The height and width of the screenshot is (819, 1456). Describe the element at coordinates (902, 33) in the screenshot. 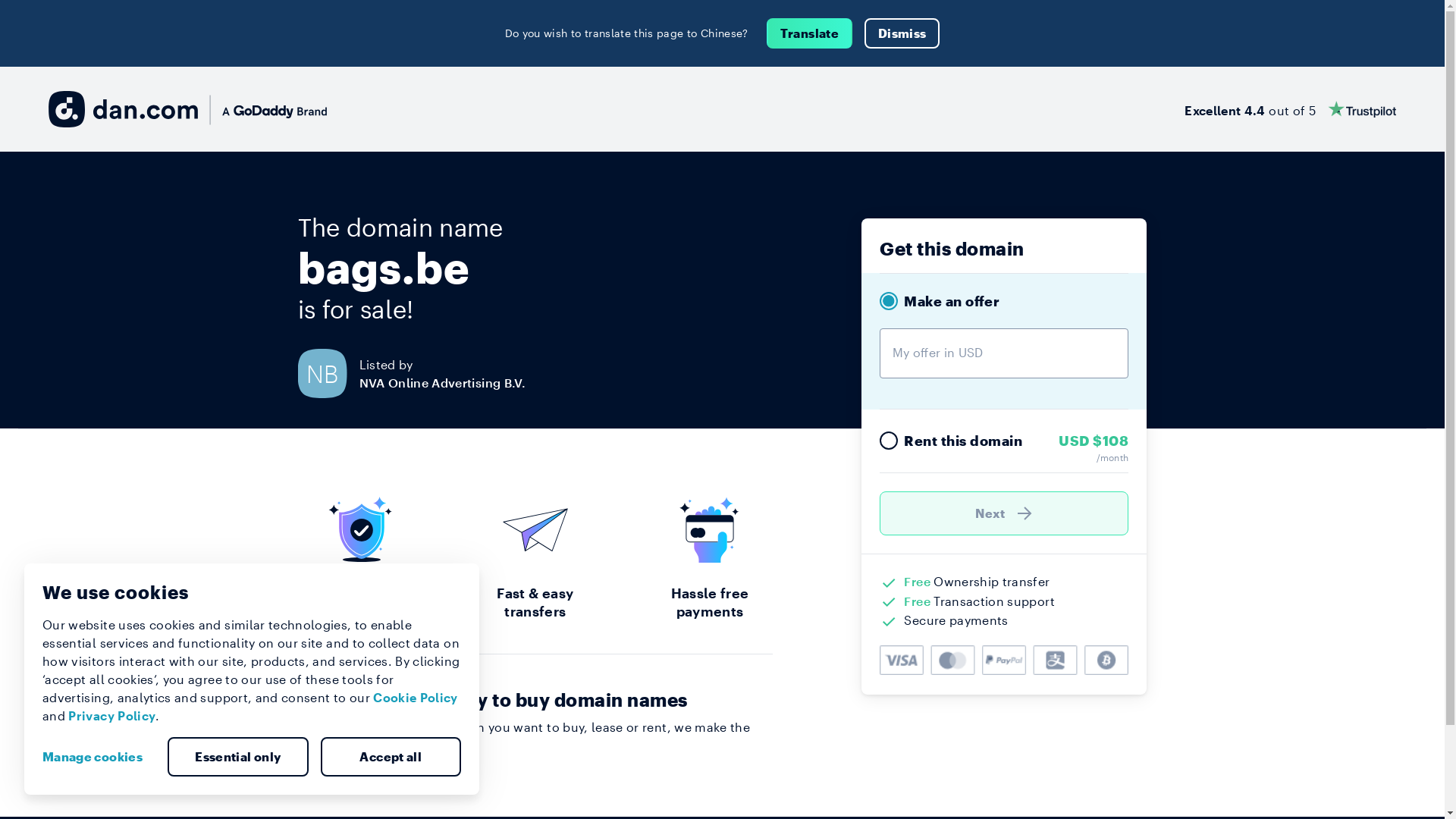

I see `'Dismiss'` at that location.